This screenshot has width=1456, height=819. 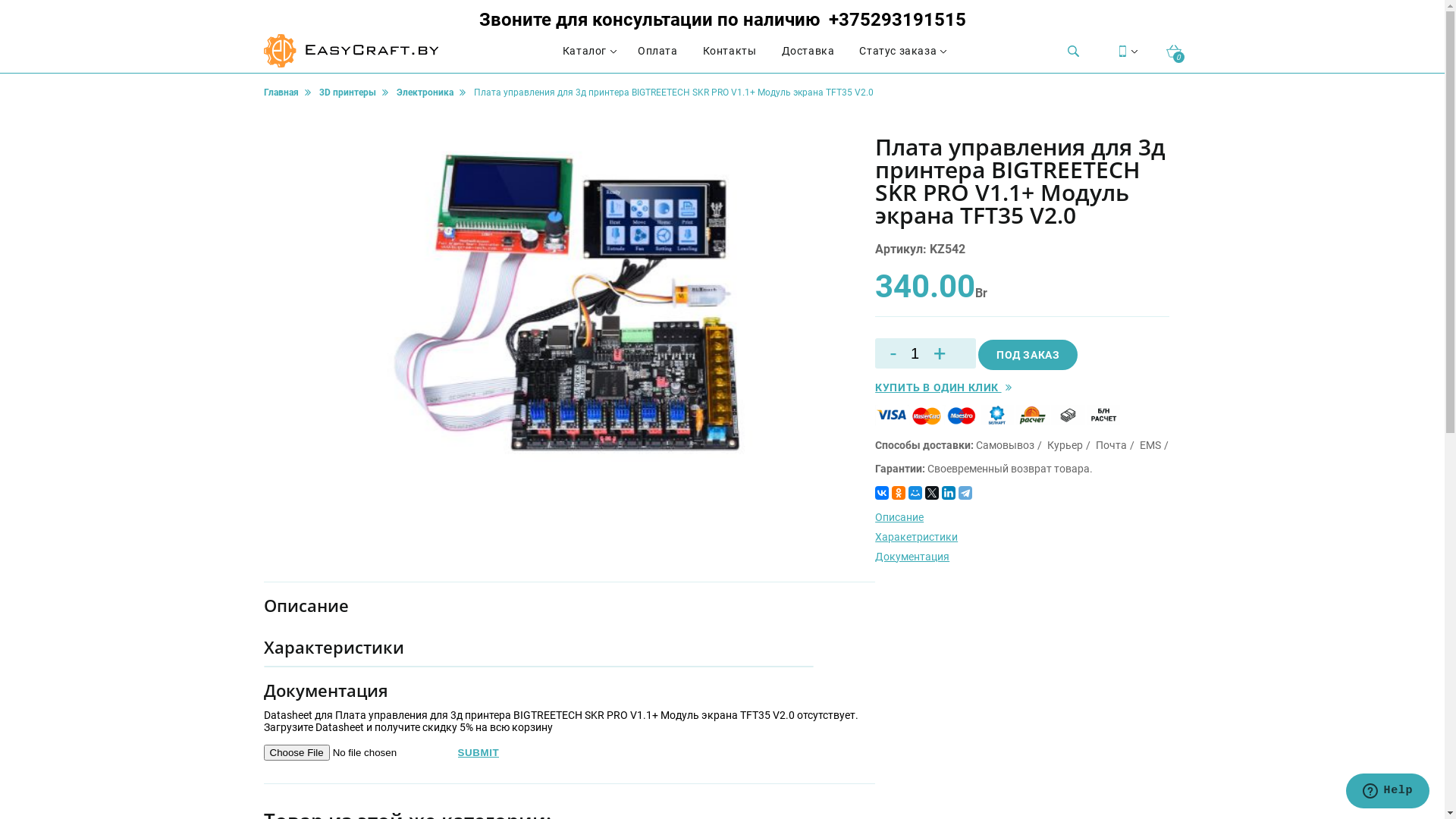 I want to click on 'LinkedIn', so click(x=948, y=493).